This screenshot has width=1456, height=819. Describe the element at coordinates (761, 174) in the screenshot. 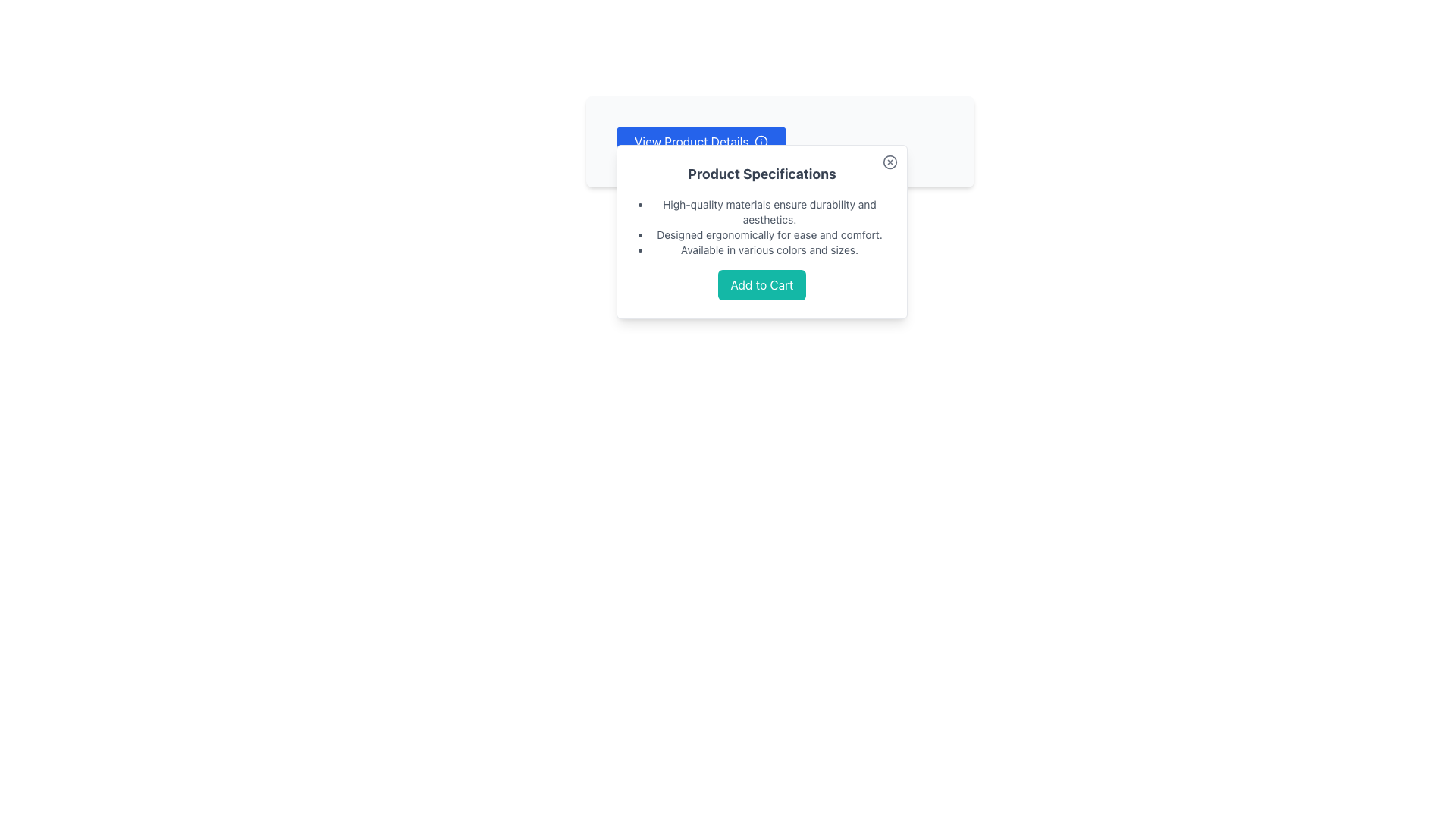

I see `the Text Label that serves as a section header, indicating the title of the content below it, which is located above a bulleted list of product features and an 'Add to Cart' button` at that location.